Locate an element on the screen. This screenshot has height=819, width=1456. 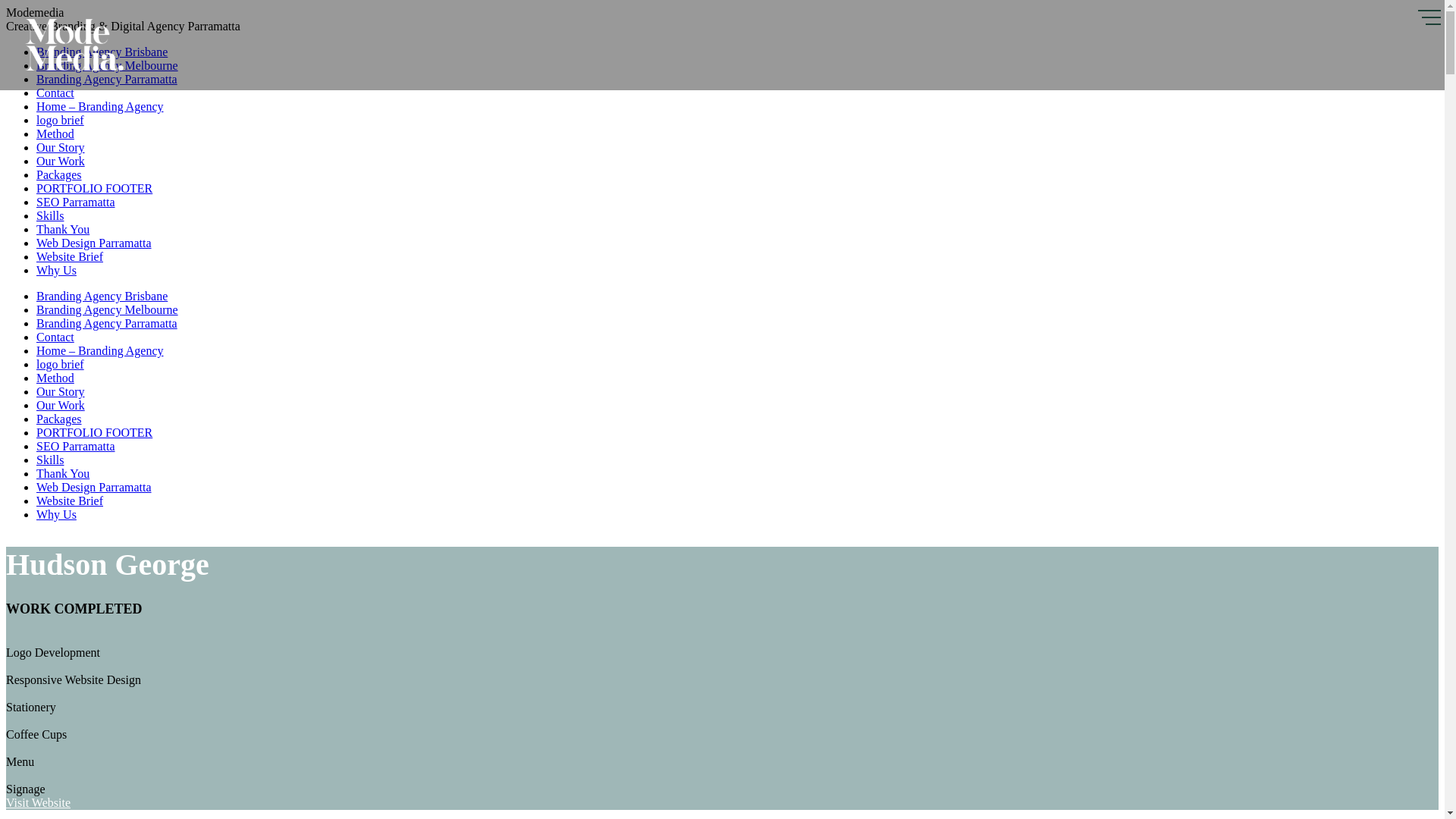
'SEO Parramatta' is located at coordinates (75, 201).